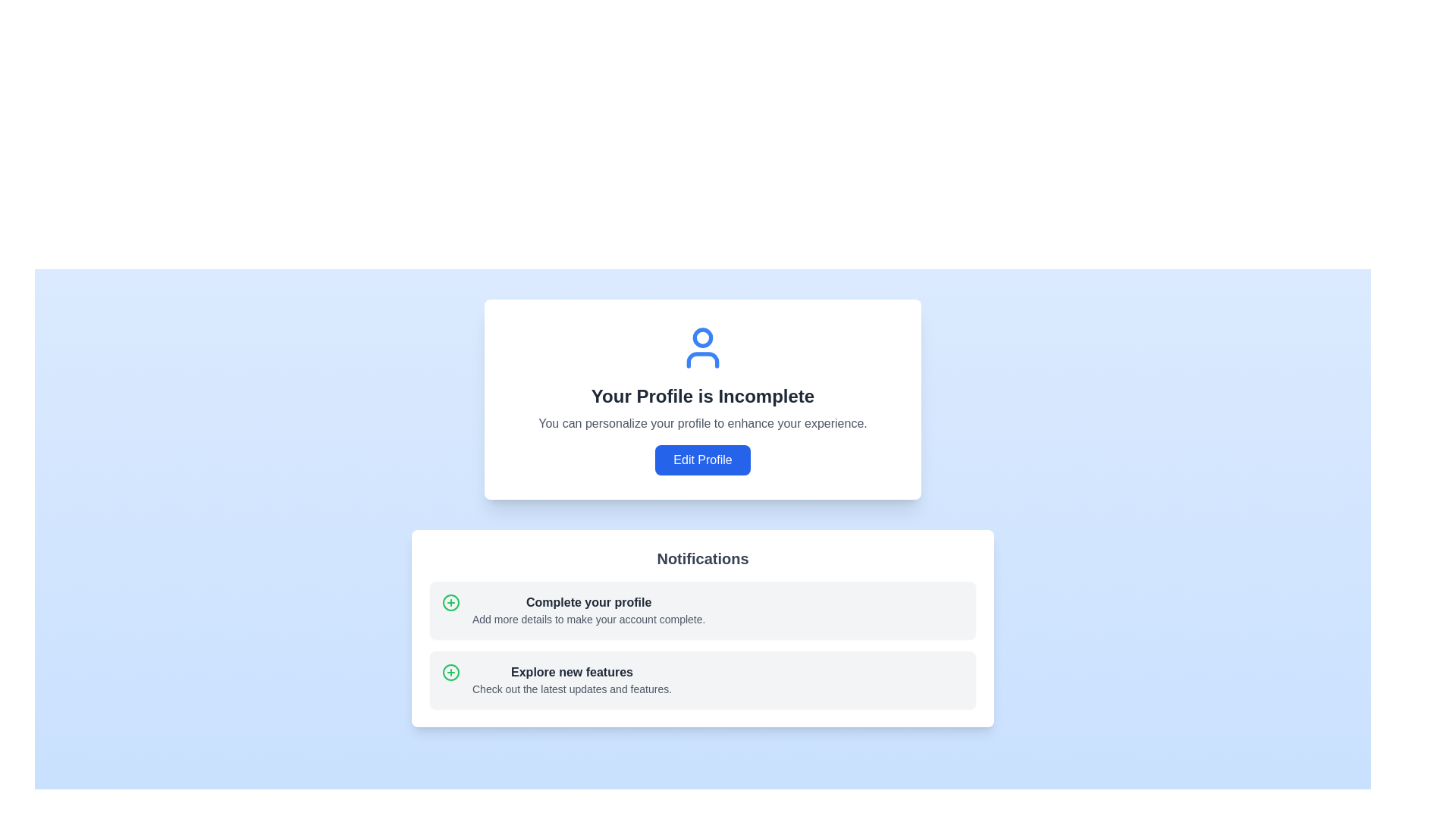 Image resolution: width=1456 pixels, height=819 pixels. I want to click on the circular illustration representing a user's head in the profile card area, located at the center of the user interface above the 'Edit Profile' button, so click(701, 336).